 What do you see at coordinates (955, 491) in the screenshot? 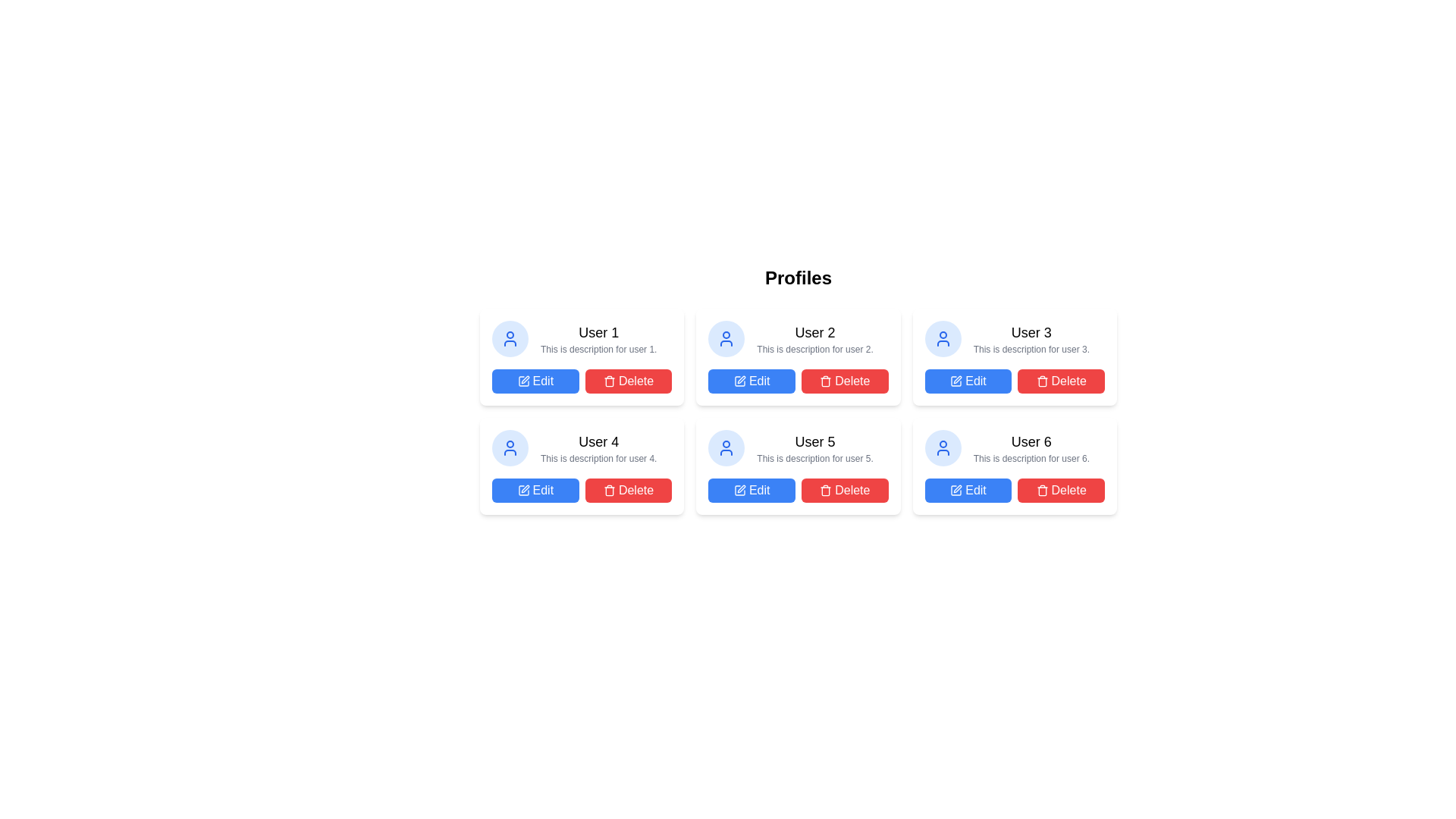
I see `the pen icon within the square that represents the edit functionality for 'User 6' in the Profiles section` at bounding box center [955, 491].